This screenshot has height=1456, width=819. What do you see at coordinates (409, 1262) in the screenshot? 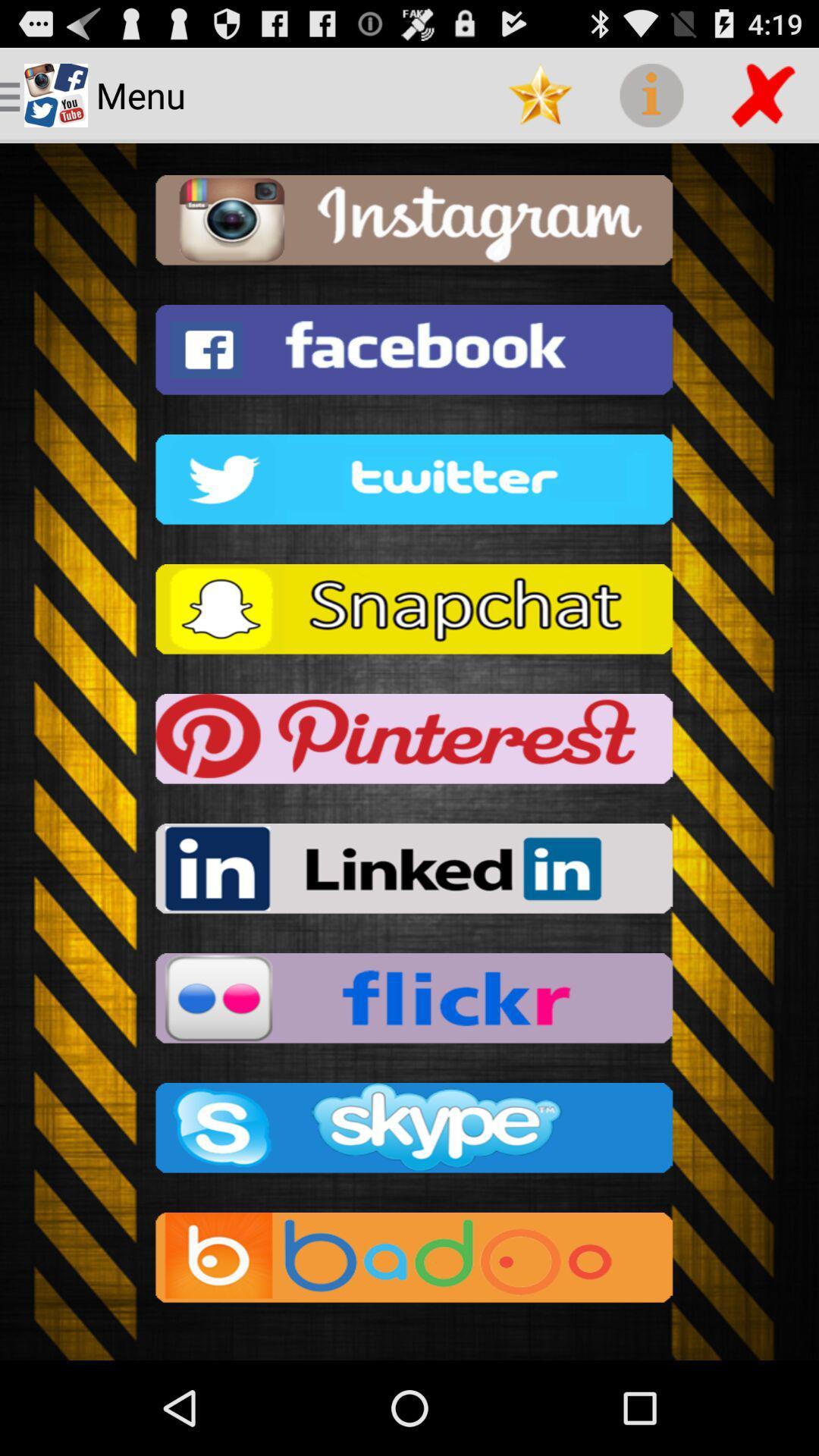
I see `the last option of the page` at bounding box center [409, 1262].